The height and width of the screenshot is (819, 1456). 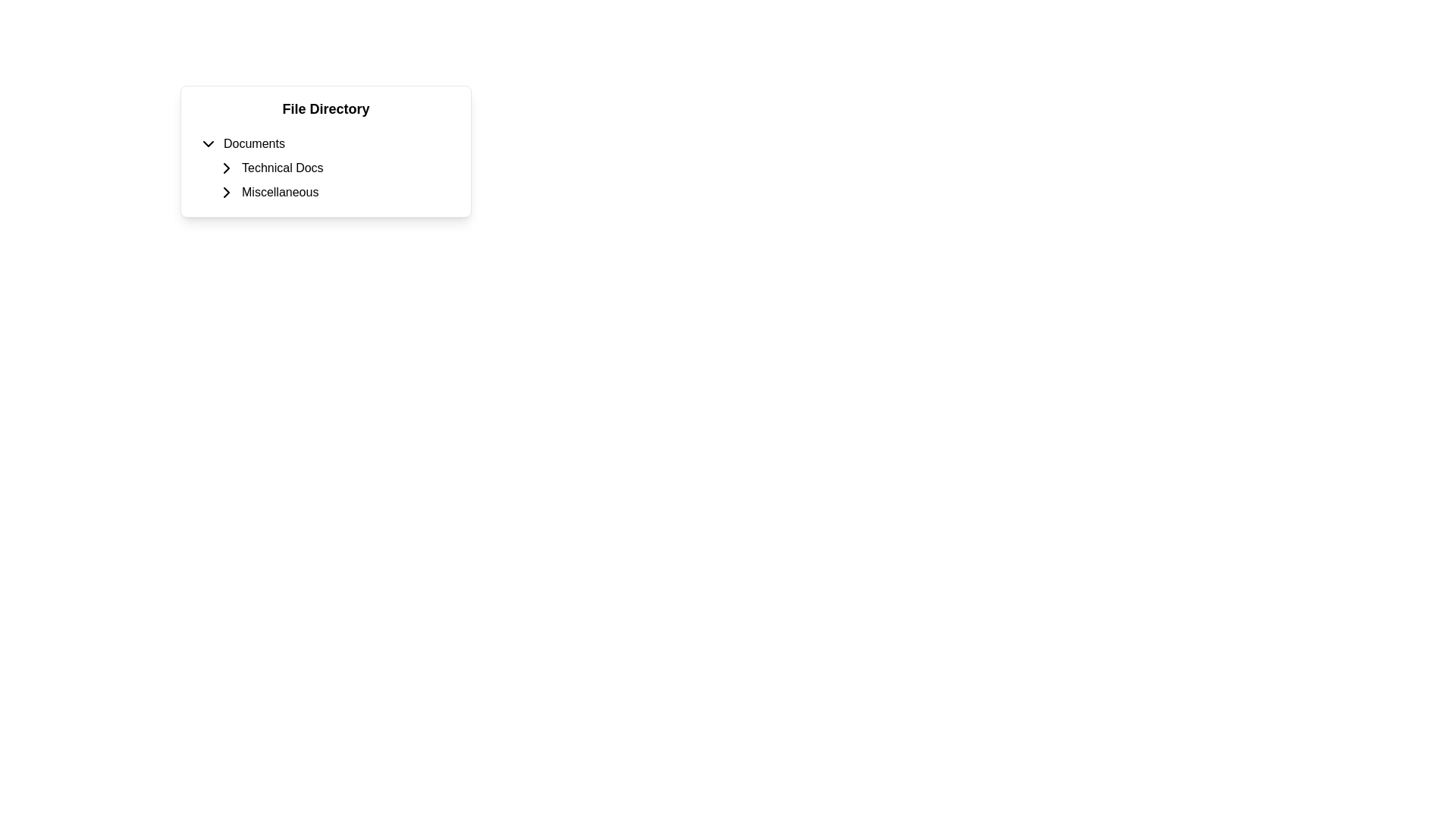 I want to click on the right-pointing chevron icon, so click(x=225, y=192).